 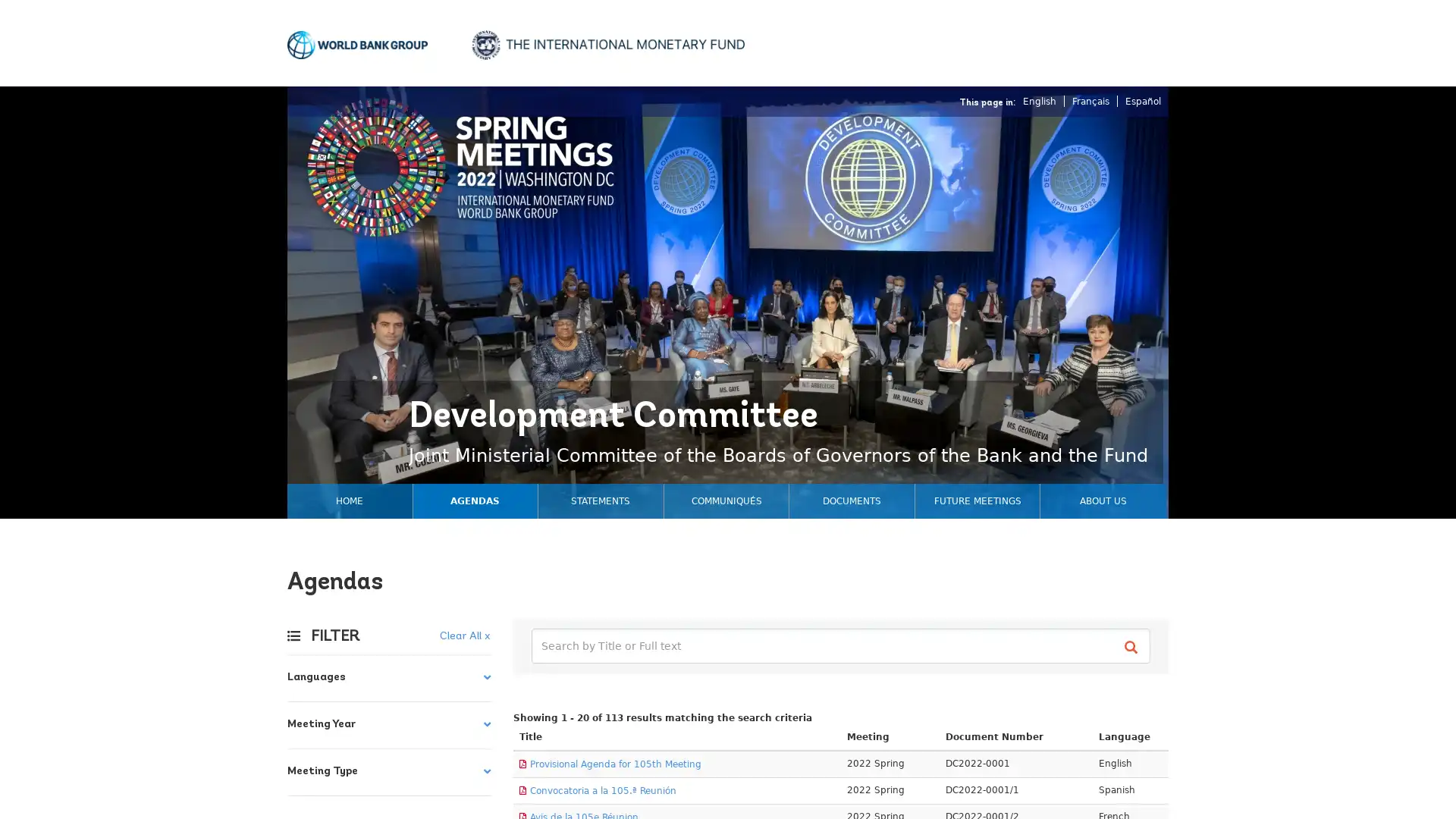 I want to click on <i class="fas fa-search"></i>, so click(x=1134, y=647).